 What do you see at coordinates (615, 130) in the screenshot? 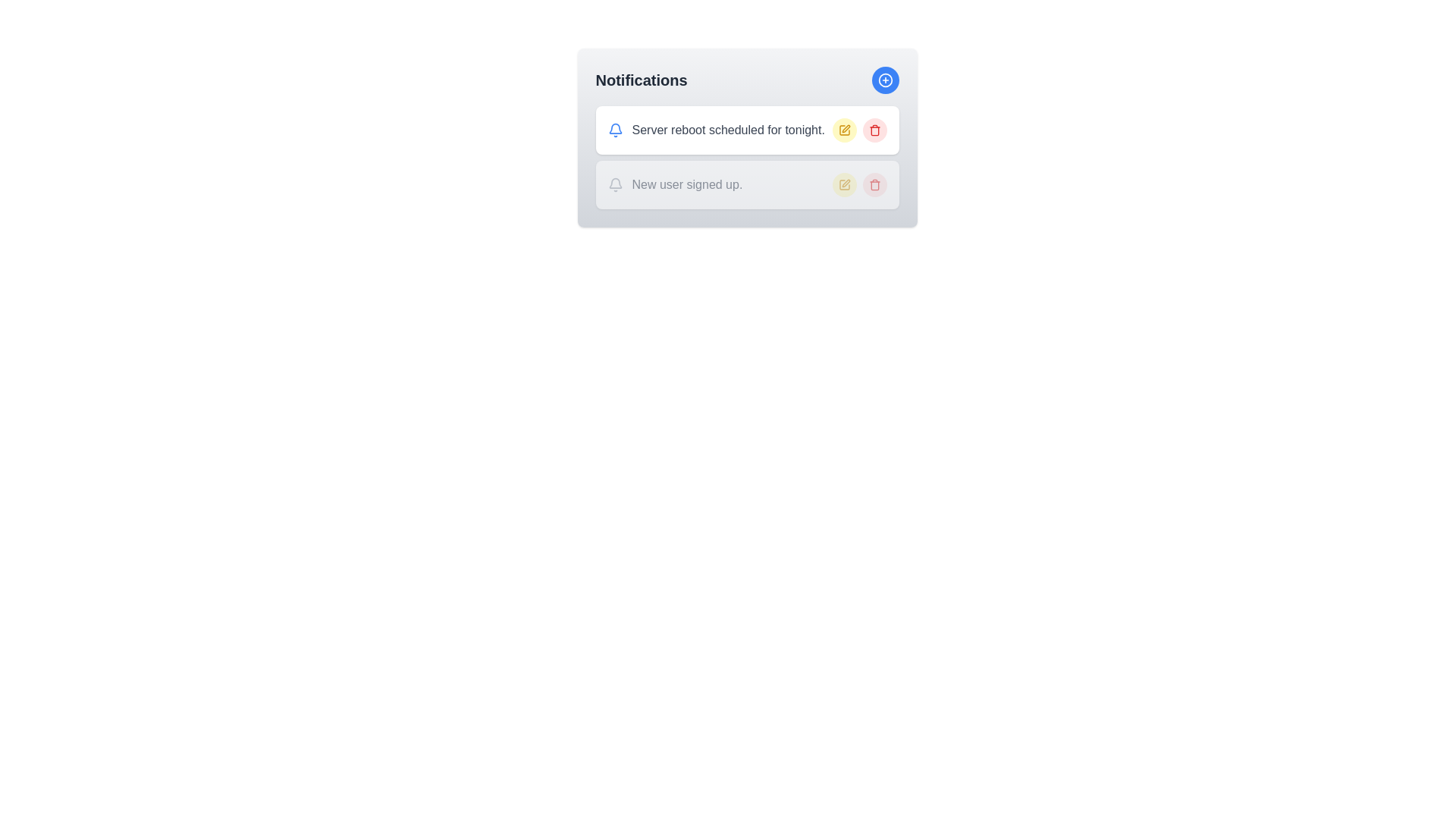
I see `the small blue bell-shaped icon that precedes the notification text 'Server reboot scheduled for tonight.'` at bounding box center [615, 130].